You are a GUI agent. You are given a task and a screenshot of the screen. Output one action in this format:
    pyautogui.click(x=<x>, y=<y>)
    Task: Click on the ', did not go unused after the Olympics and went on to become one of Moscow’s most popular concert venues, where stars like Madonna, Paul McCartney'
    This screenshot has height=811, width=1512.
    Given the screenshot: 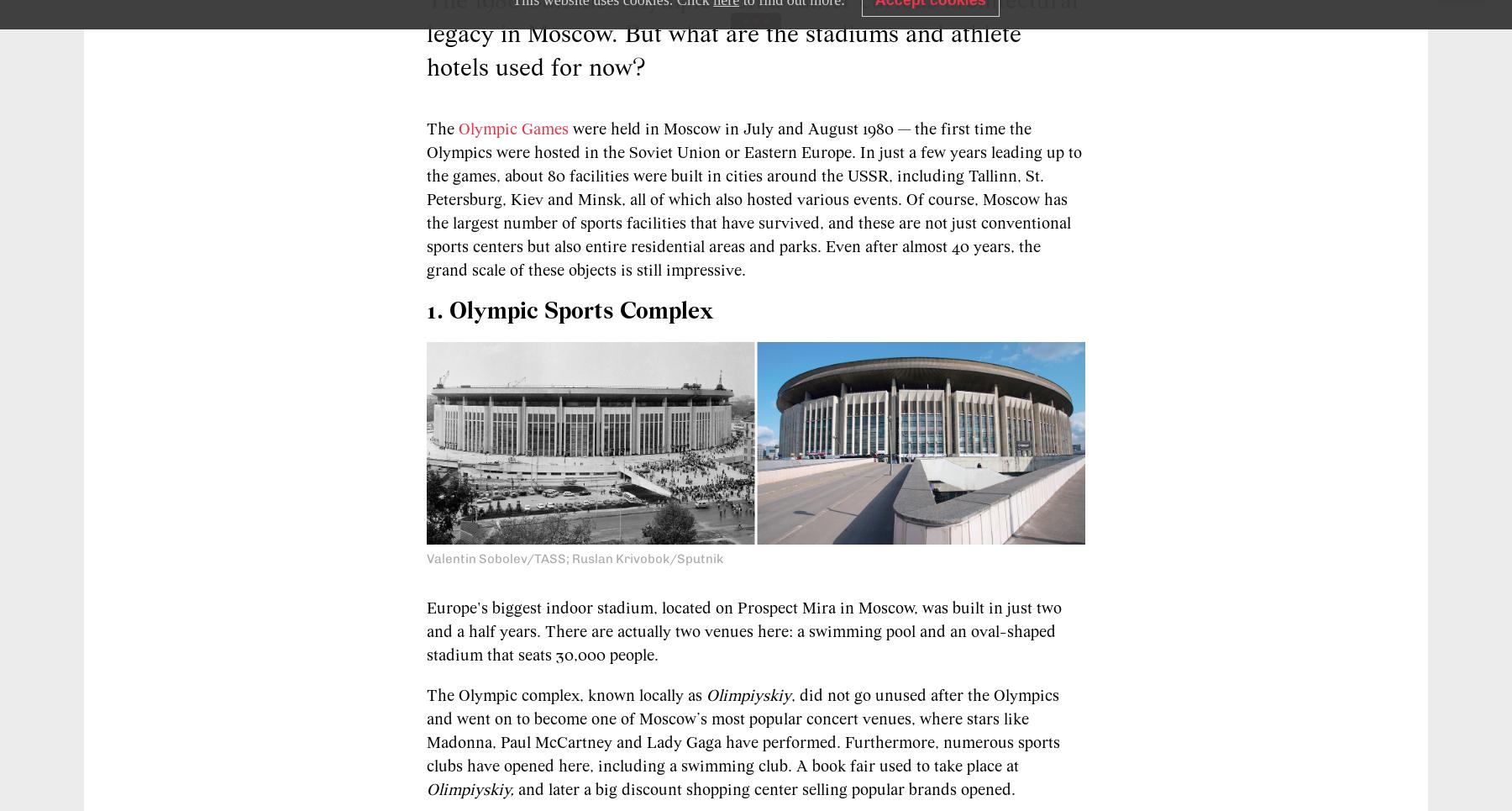 What is the action you would take?
    pyautogui.click(x=743, y=719)
    